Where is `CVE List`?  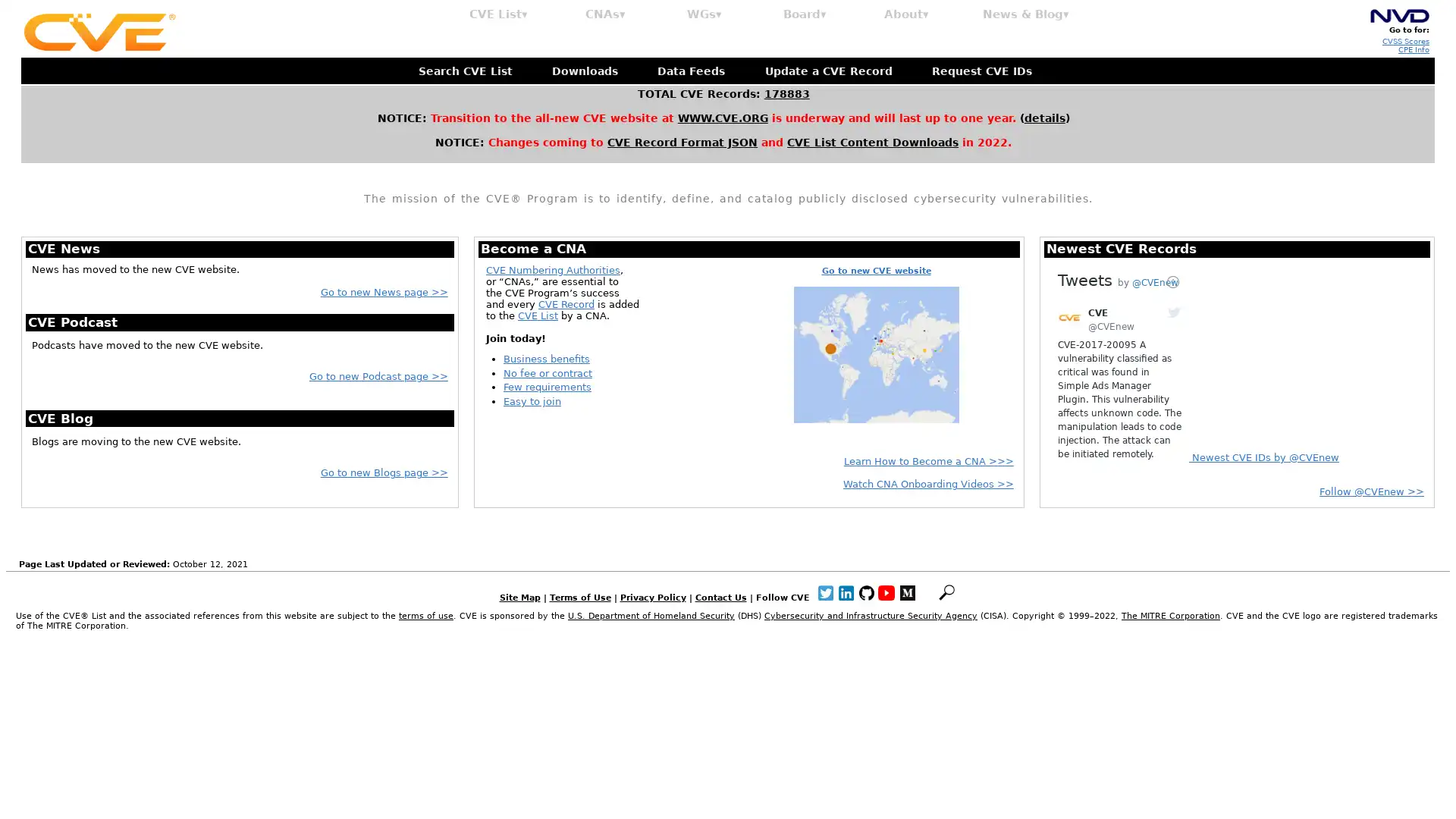
CVE List is located at coordinates (498, 14).